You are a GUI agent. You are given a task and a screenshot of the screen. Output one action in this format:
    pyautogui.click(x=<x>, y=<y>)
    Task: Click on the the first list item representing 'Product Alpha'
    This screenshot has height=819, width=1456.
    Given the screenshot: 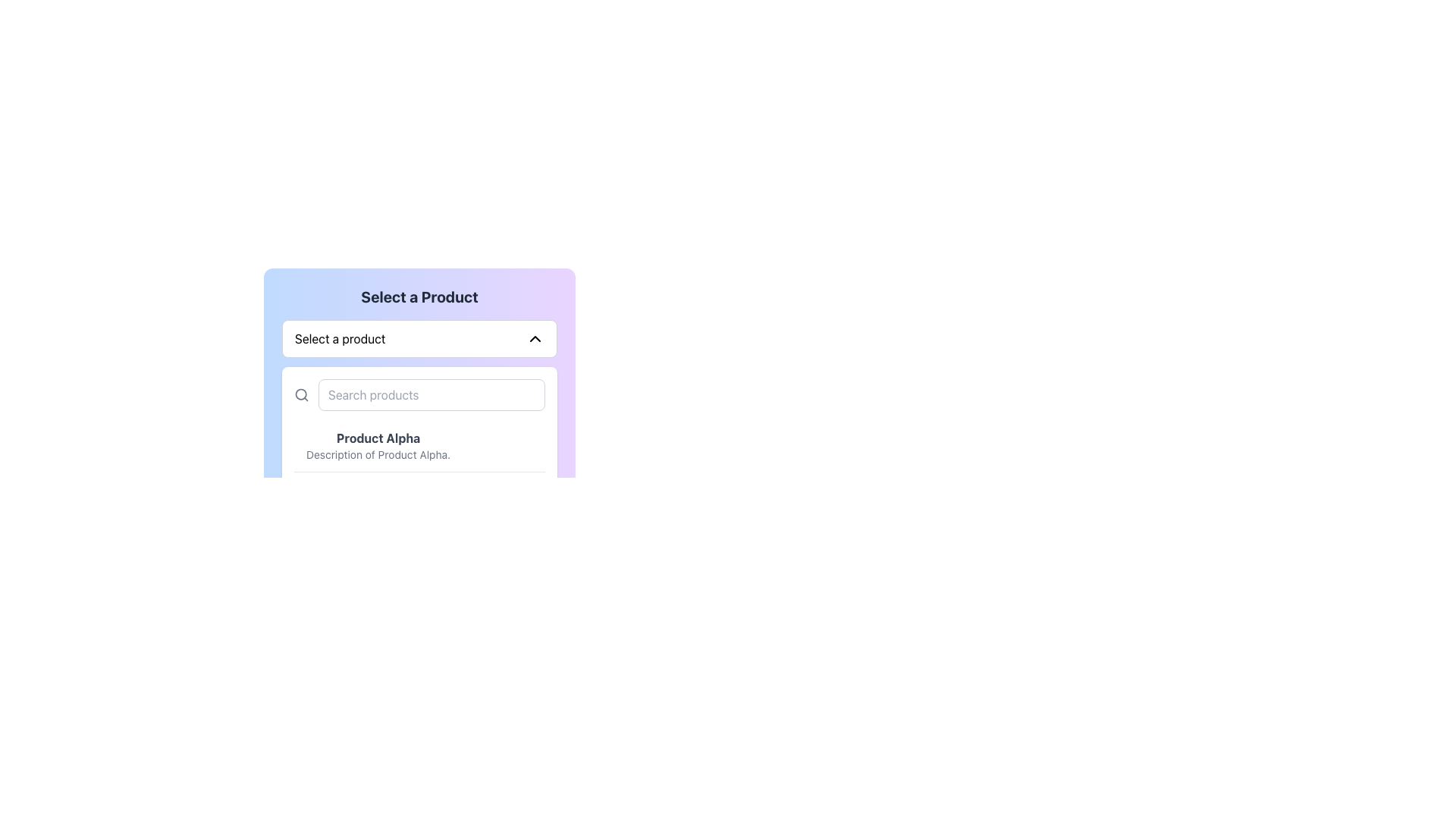 What is the action you would take?
    pyautogui.click(x=419, y=445)
    